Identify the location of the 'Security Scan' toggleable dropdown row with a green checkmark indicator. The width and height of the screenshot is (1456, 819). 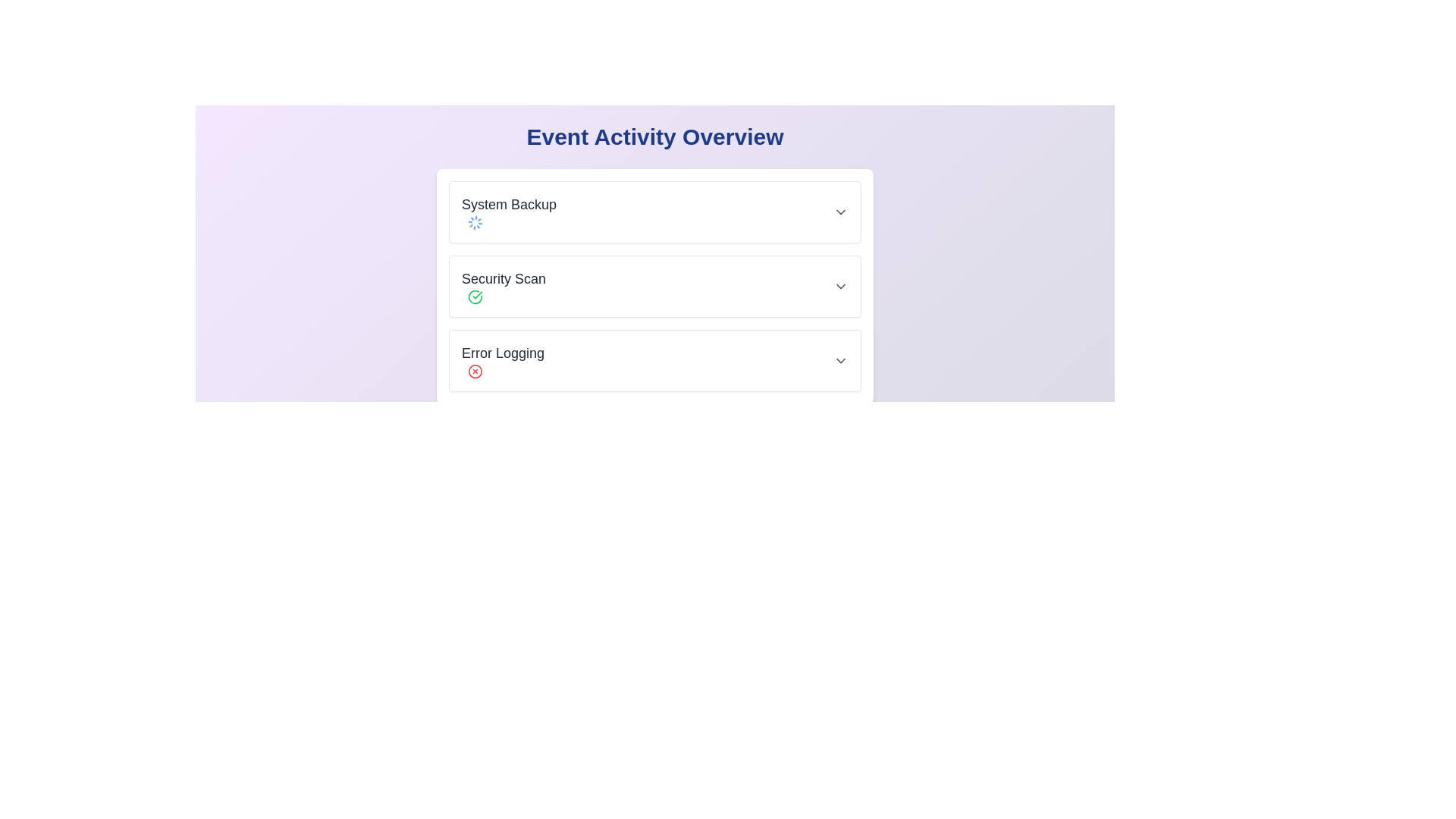
(655, 287).